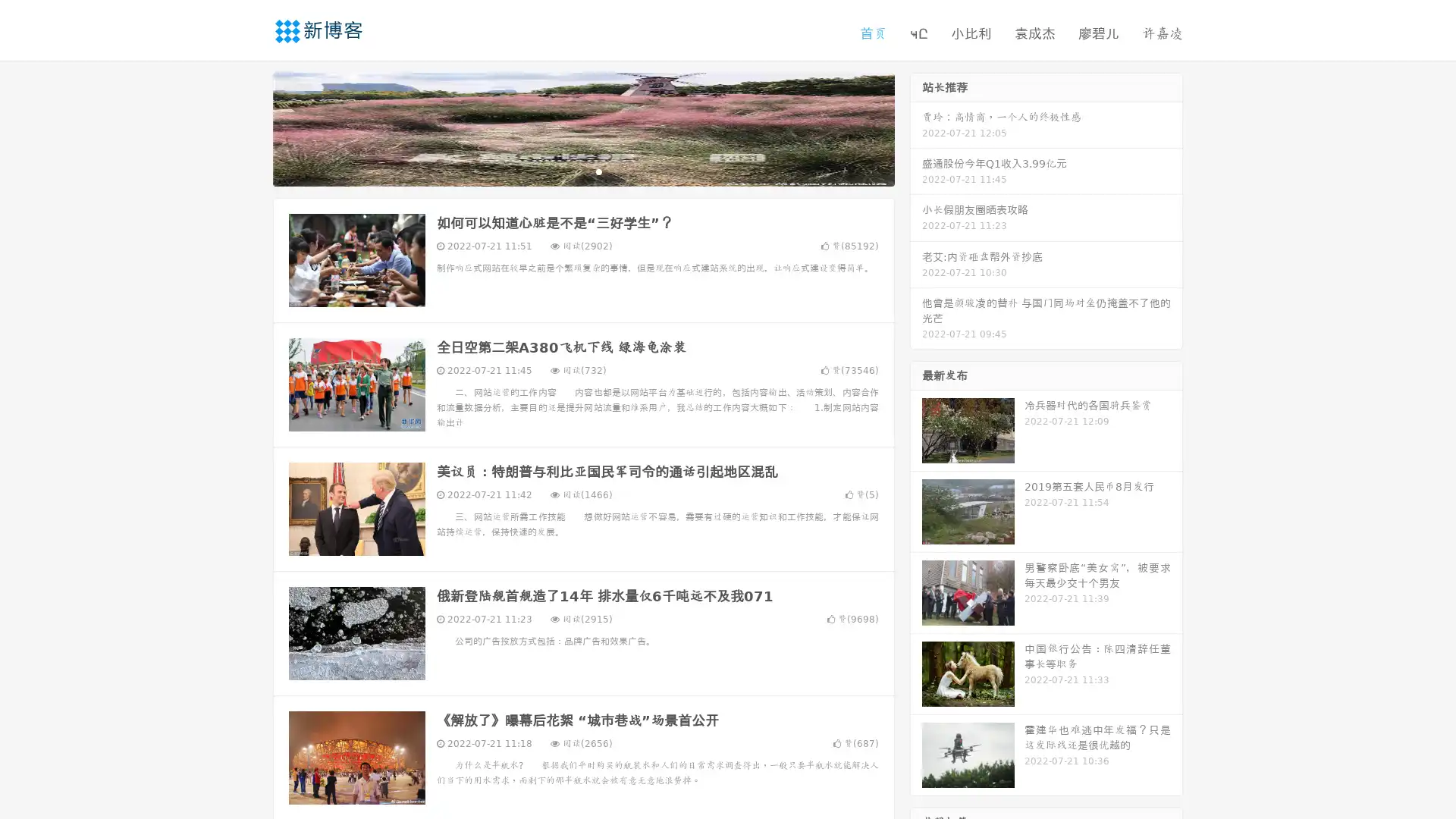 Image resolution: width=1456 pixels, height=819 pixels. What do you see at coordinates (582, 171) in the screenshot?
I see `Go to slide 2` at bounding box center [582, 171].